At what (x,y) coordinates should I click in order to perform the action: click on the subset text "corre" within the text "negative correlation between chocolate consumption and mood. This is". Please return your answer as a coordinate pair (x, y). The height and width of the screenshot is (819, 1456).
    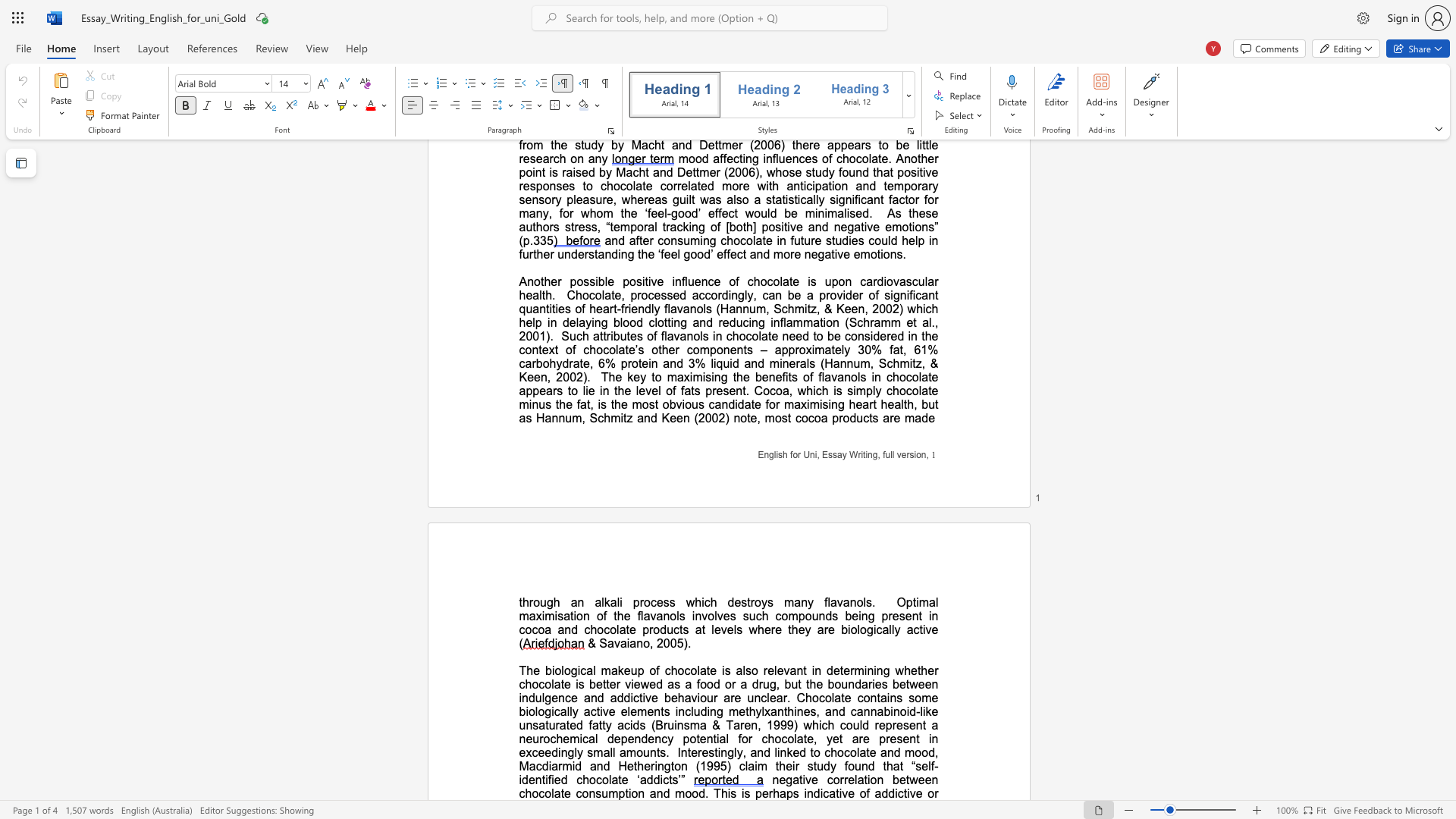
    Looking at the image, I should click on (826, 780).